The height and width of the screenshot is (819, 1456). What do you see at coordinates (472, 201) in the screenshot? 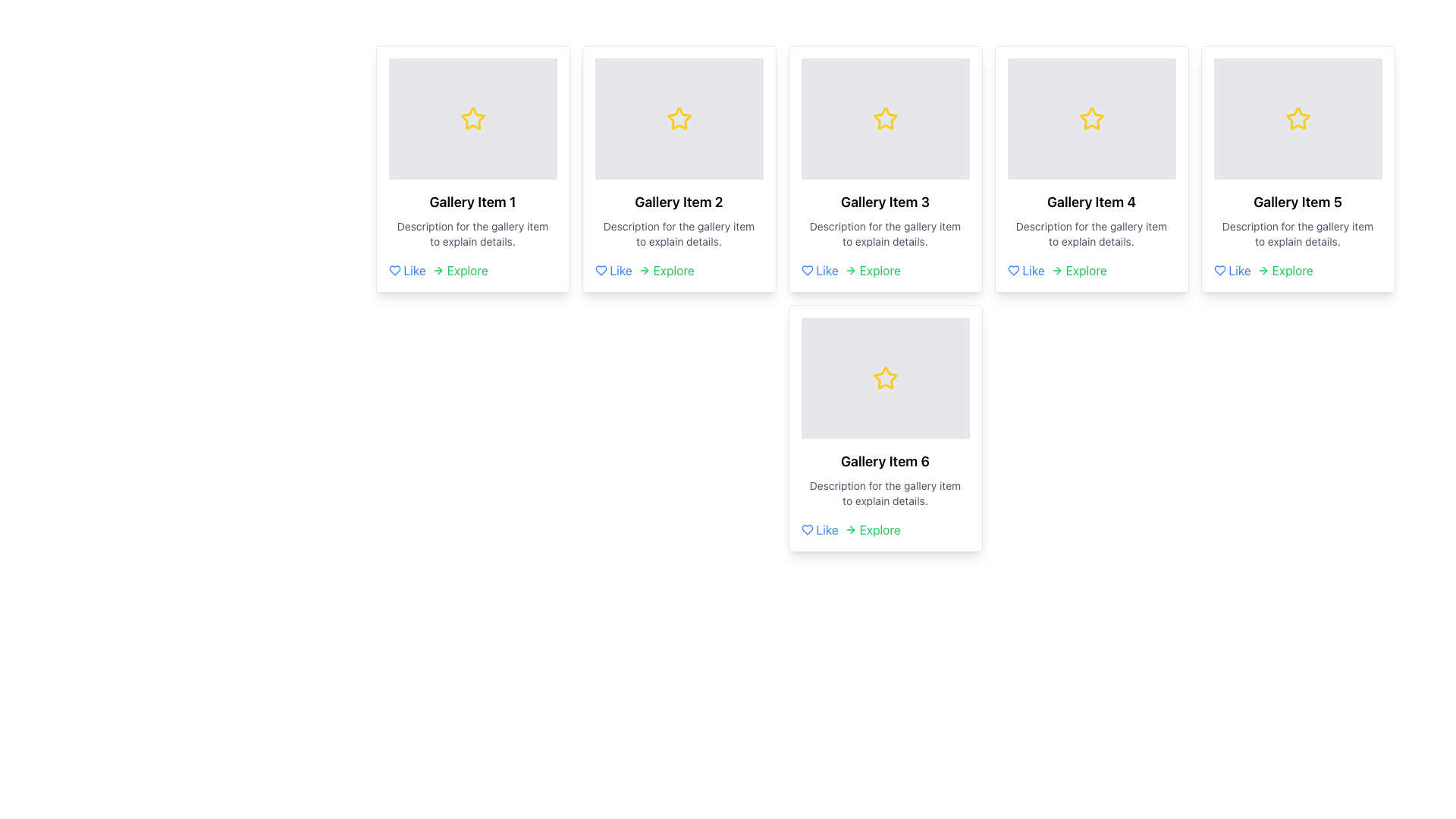
I see `the text label that serves as the title for the gallery card, located at the upper center area of the card, above the detailed description text and below the image placeholder` at bounding box center [472, 201].